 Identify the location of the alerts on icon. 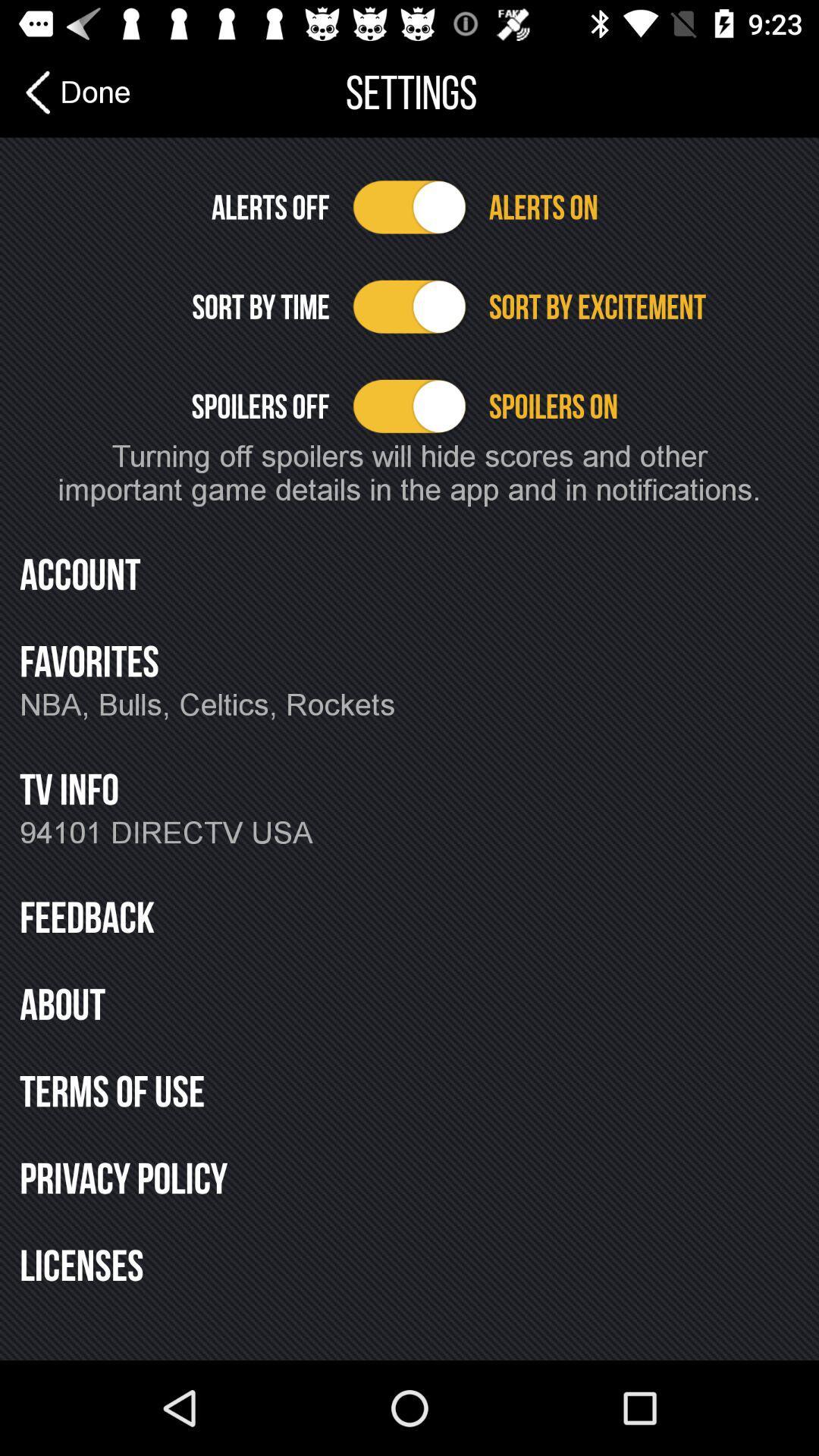
(644, 206).